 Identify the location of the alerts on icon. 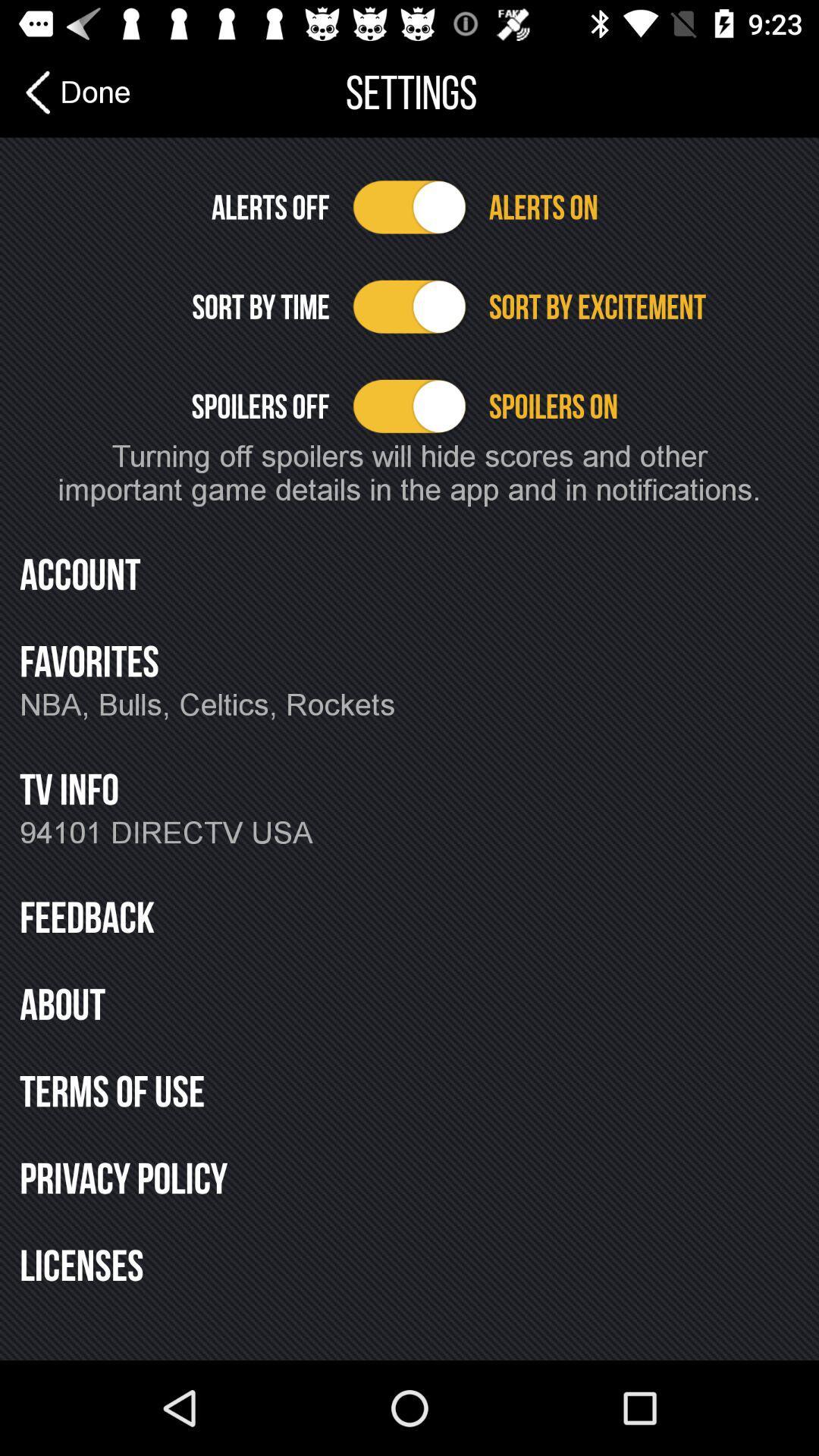
(644, 206).